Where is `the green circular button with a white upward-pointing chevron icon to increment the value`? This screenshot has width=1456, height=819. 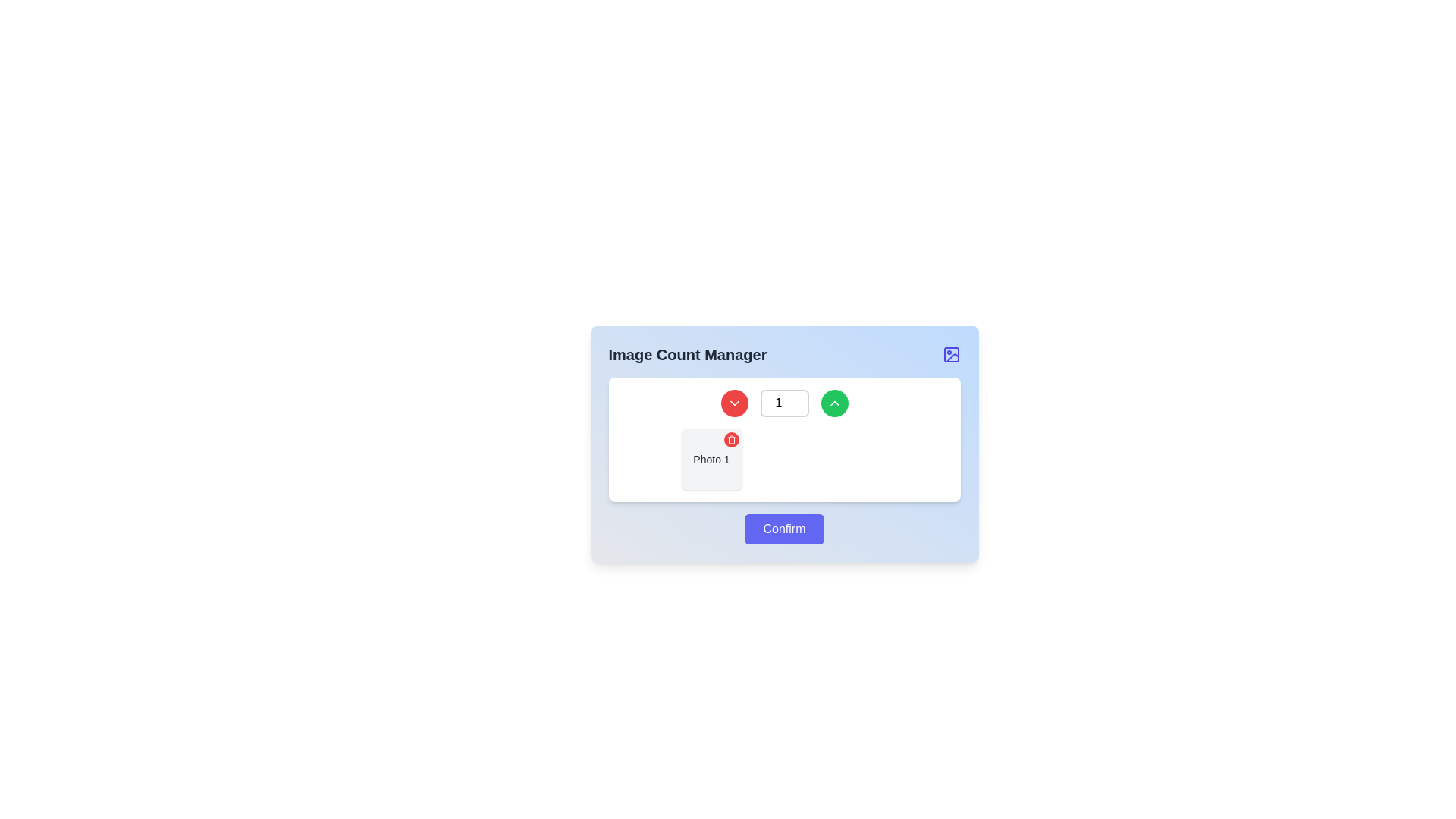
the green circular button with a white upward-pointing chevron icon to increment the value is located at coordinates (833, 403).